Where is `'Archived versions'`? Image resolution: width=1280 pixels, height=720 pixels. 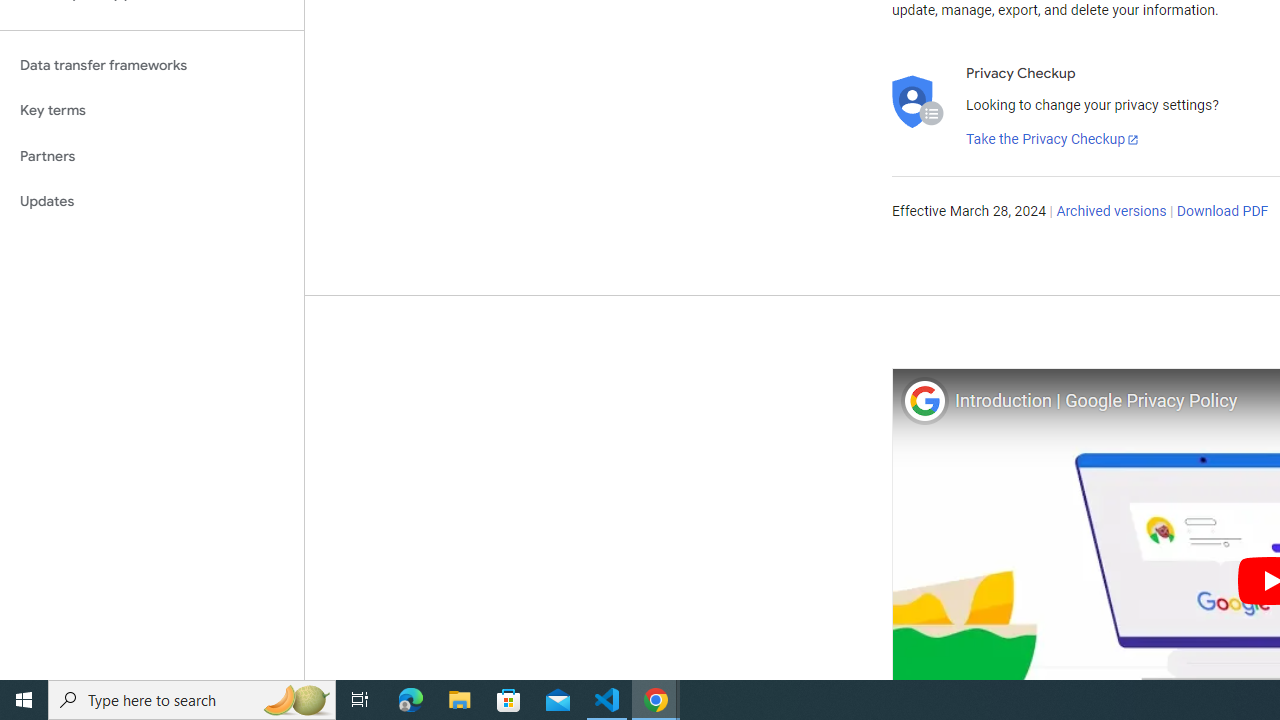
'Archived versions' is located at coordinates (1110, 212).